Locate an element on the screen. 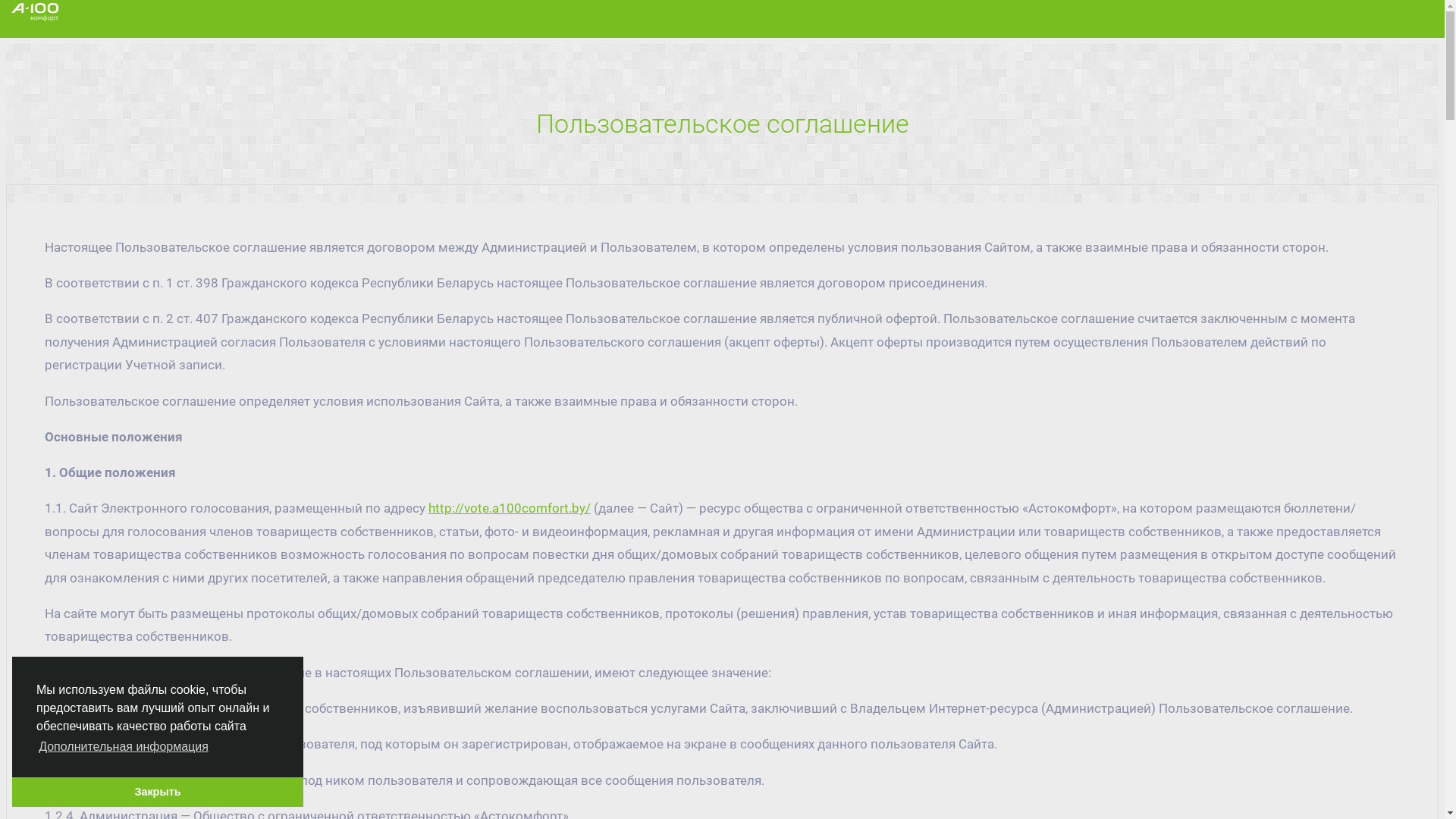 The height and width of the screenshot is (819, 1456). 'http://vote.a100comfort.by/' is located at coordinates (428, 508).